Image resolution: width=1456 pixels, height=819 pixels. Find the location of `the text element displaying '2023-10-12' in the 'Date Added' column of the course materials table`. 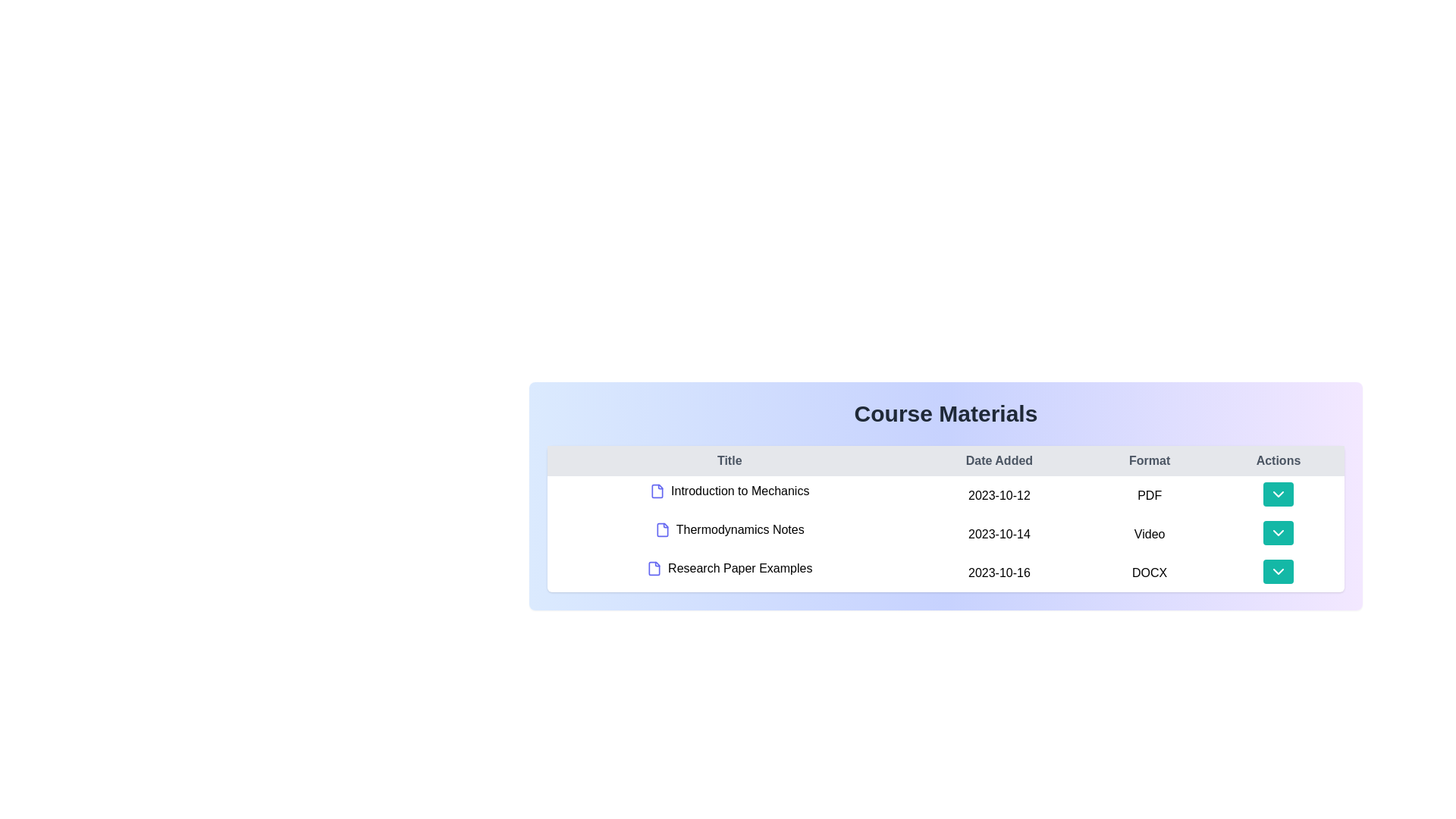

the text element displaying '2023-10-12' in the 'Date Added' column of the course materials table is located at coordinates (999, 495).